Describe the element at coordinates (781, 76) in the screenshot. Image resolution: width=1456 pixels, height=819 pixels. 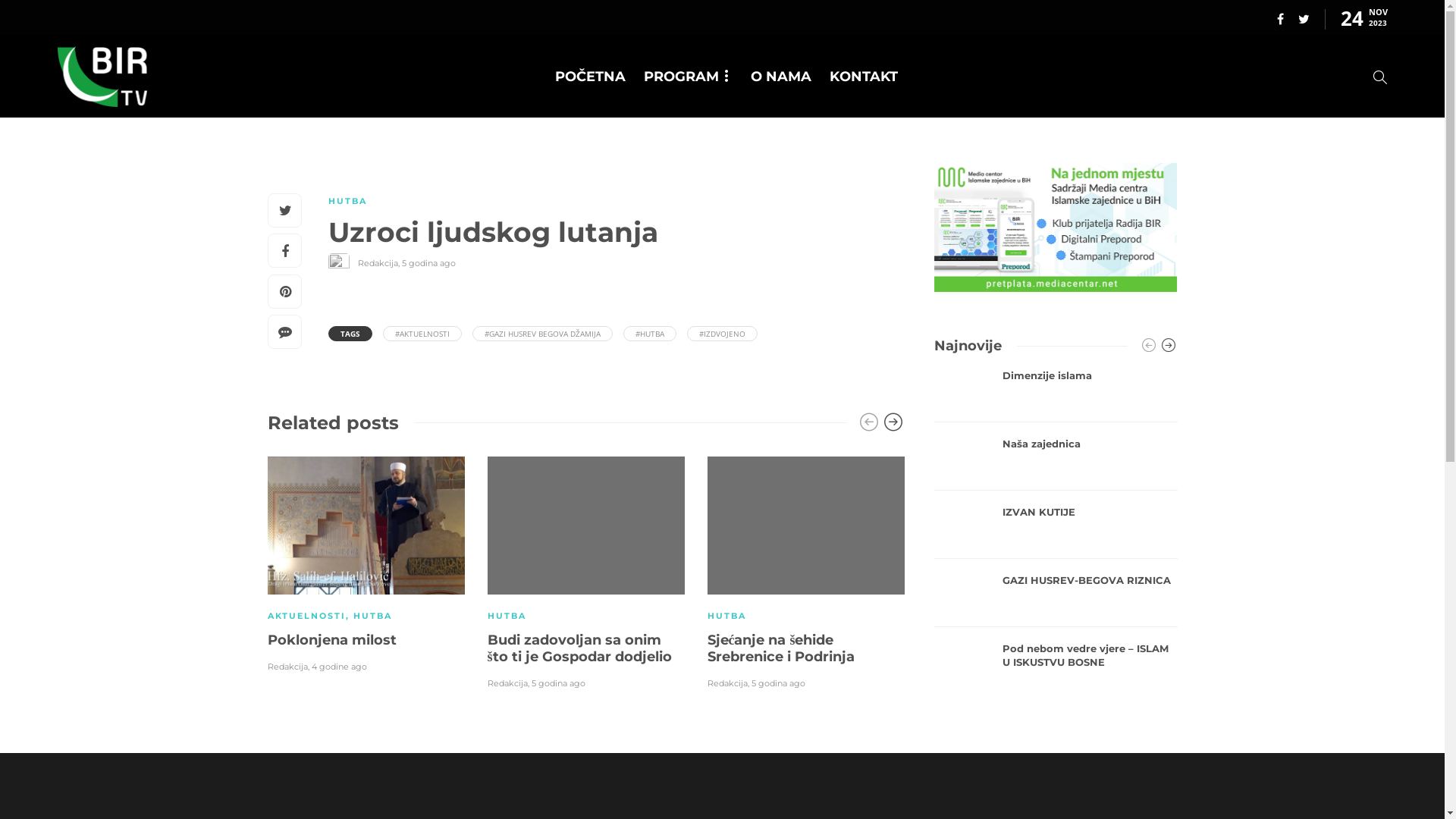
I see `'O NAMA'` at that location.